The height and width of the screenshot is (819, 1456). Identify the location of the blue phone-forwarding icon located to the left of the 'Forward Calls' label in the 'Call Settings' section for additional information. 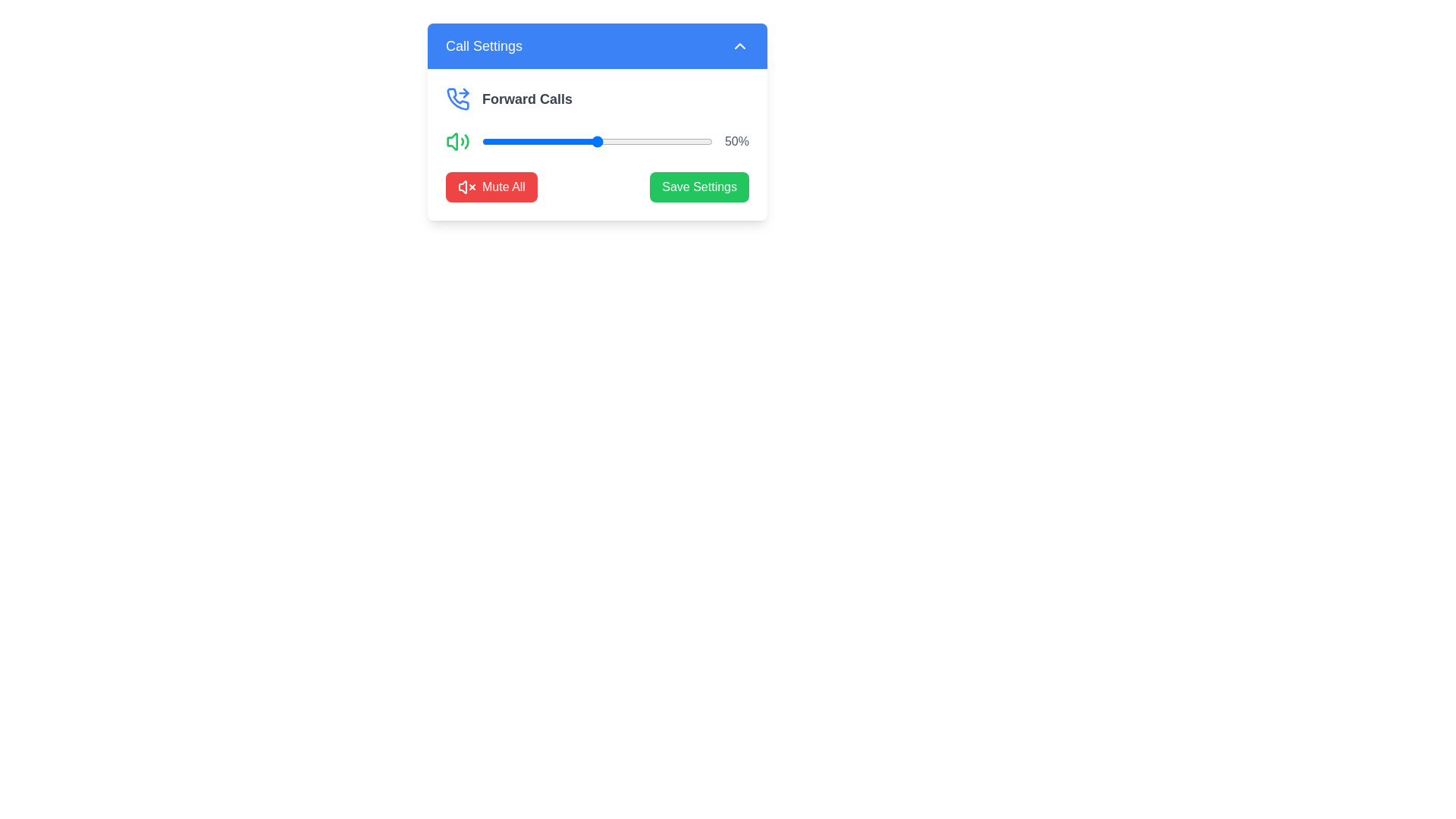
(457, 99).